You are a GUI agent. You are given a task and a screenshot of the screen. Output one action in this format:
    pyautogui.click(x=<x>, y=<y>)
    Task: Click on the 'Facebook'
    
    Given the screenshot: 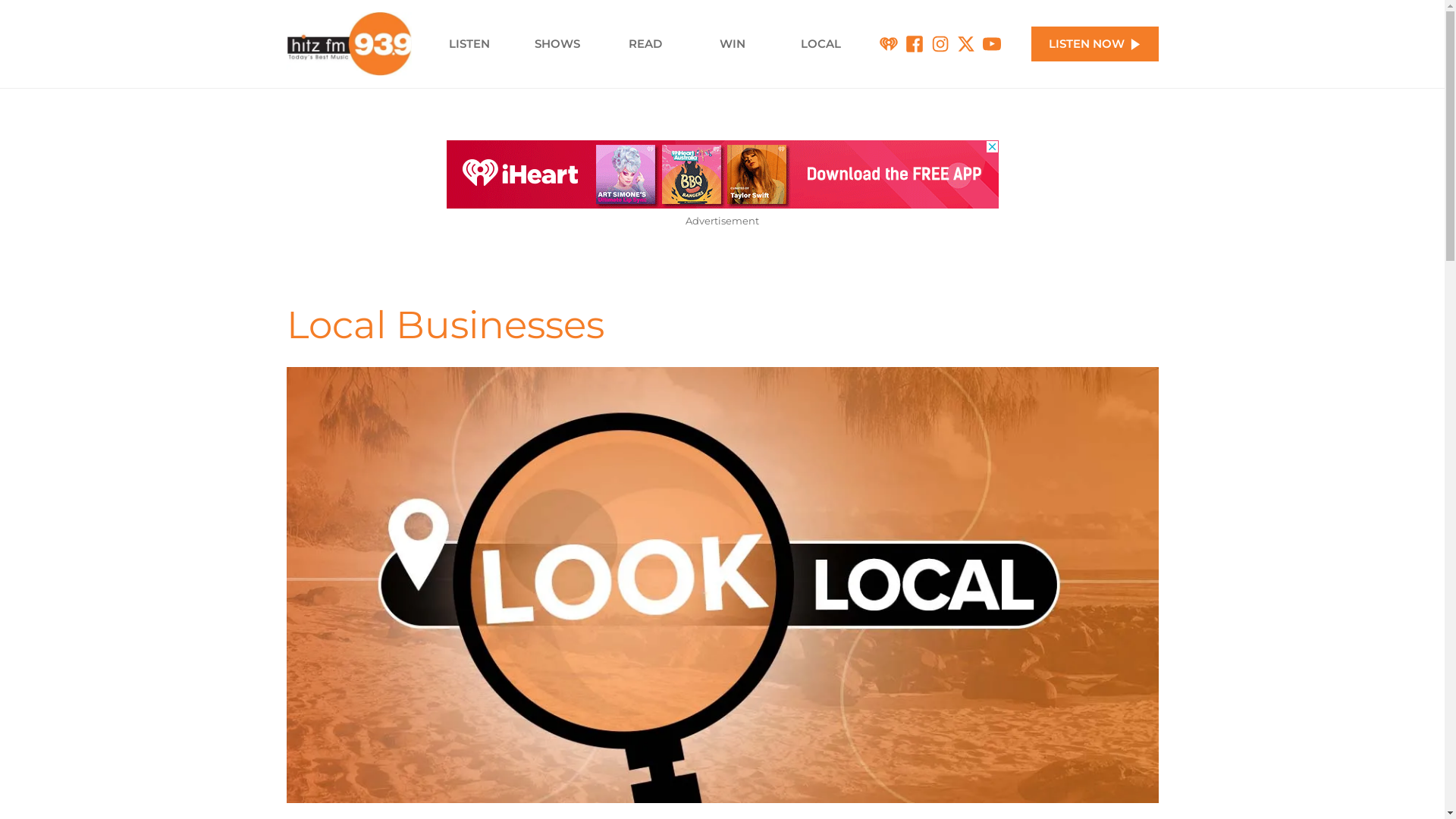 What is the action you would take?
    pyautogui.click(x=913, y=43)
    